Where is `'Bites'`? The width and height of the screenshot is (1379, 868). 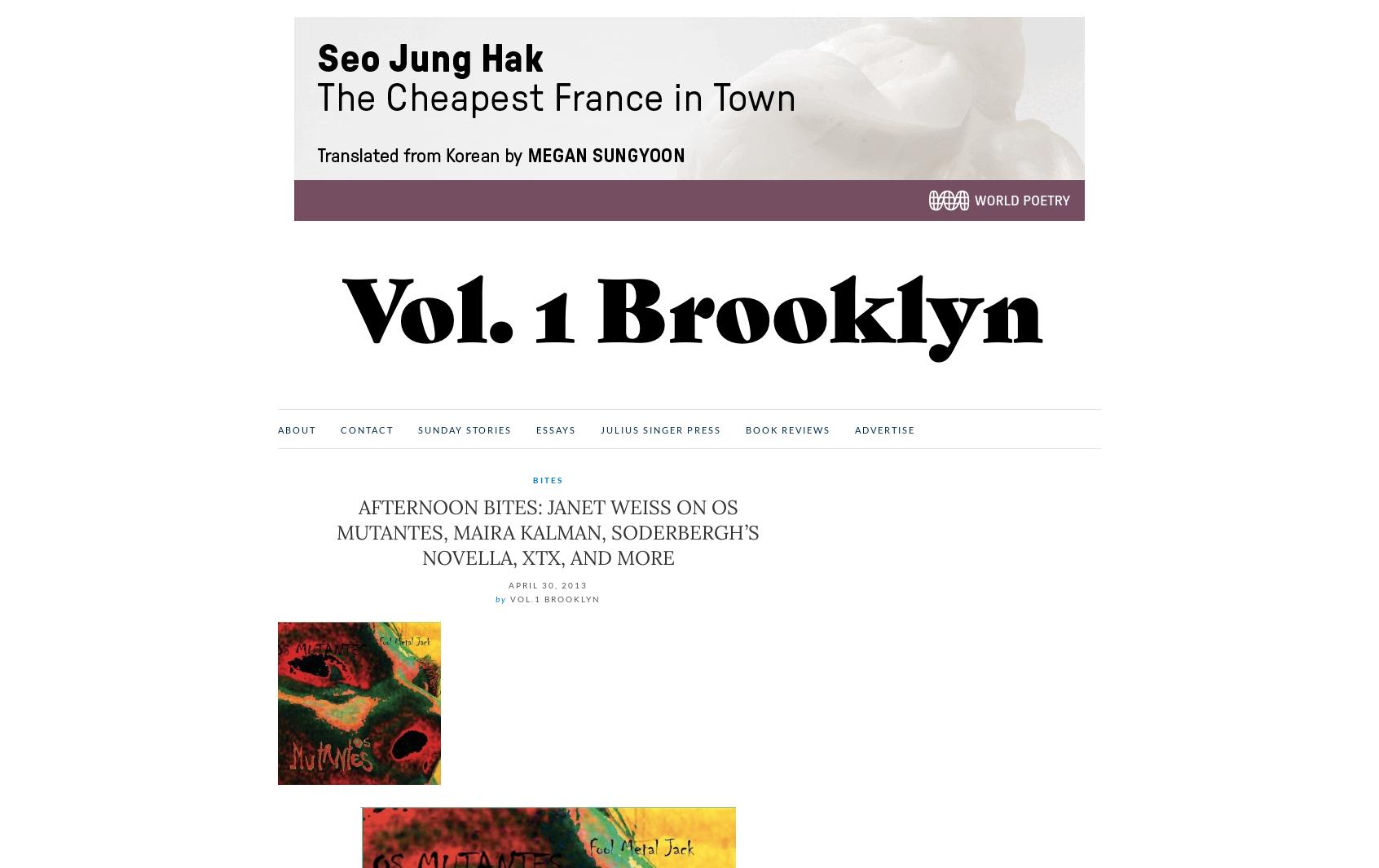
'Bites' is located at coordinates (548, 480).